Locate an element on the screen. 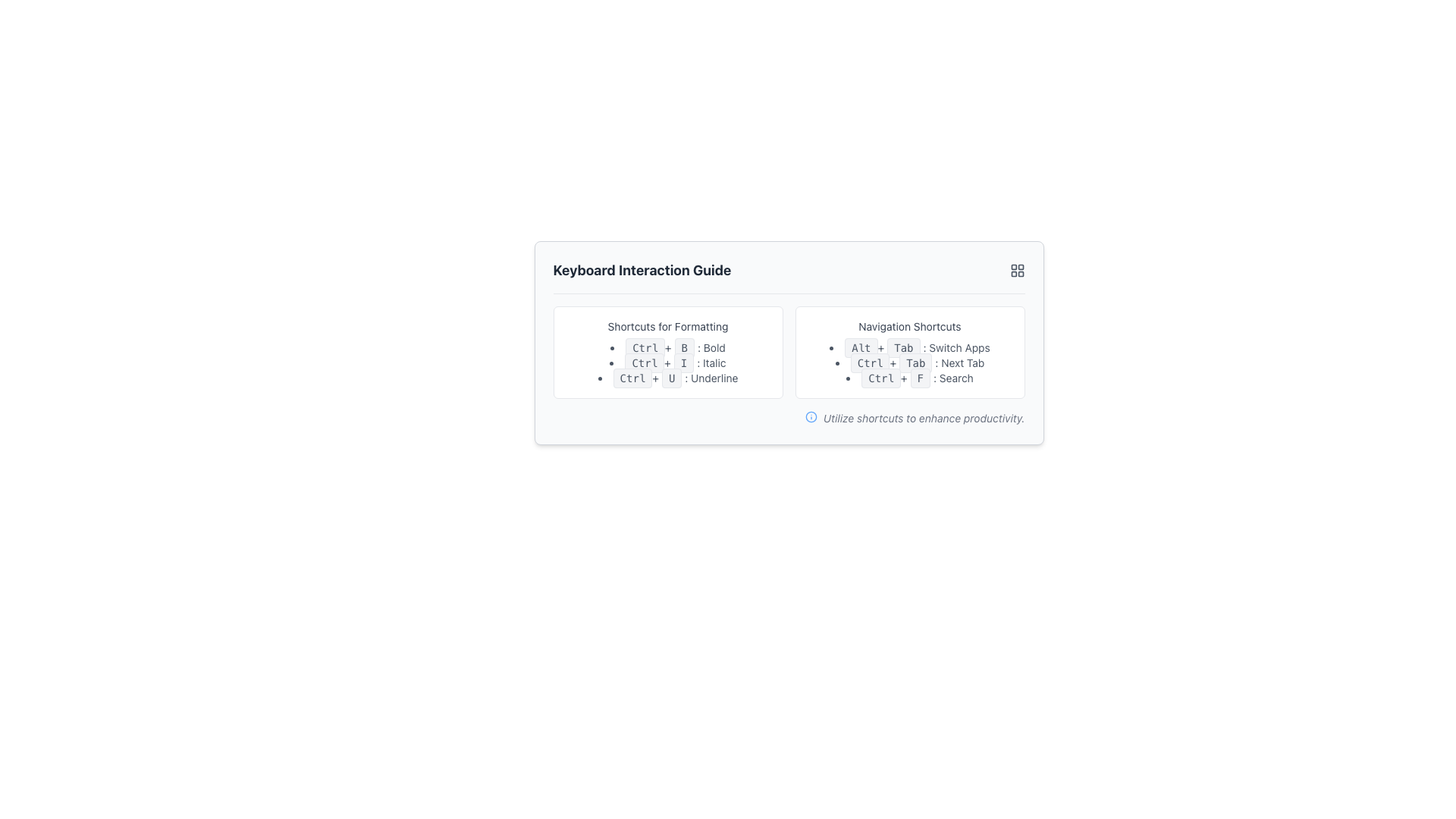  text labeled 'Ctrl+B: Bold' which is the first item in the 'Shortcuts for Formatting' section of the guide is located at coordinates (667, 348).